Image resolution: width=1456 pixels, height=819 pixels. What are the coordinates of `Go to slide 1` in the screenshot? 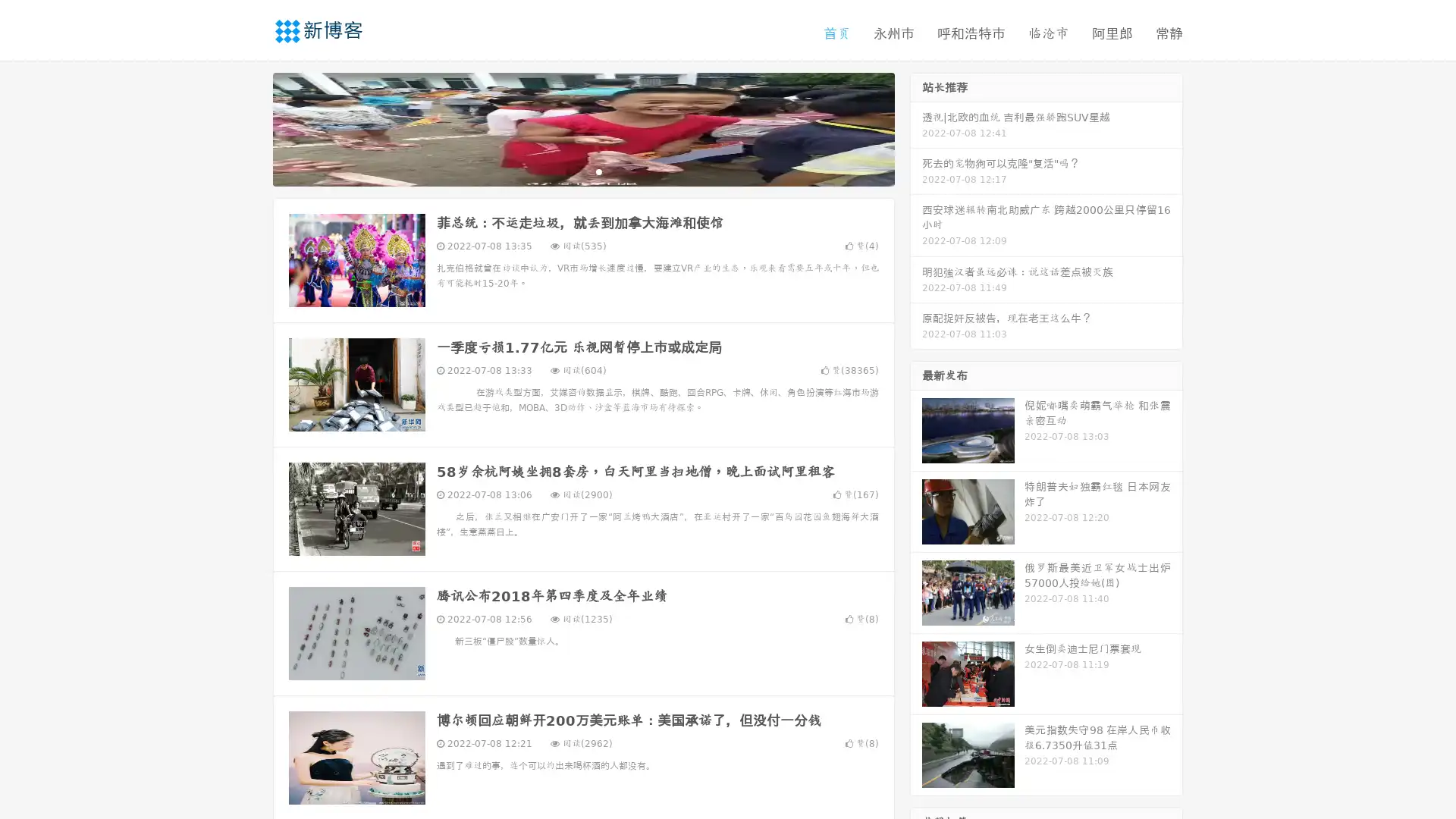 It's located at (567, 171).